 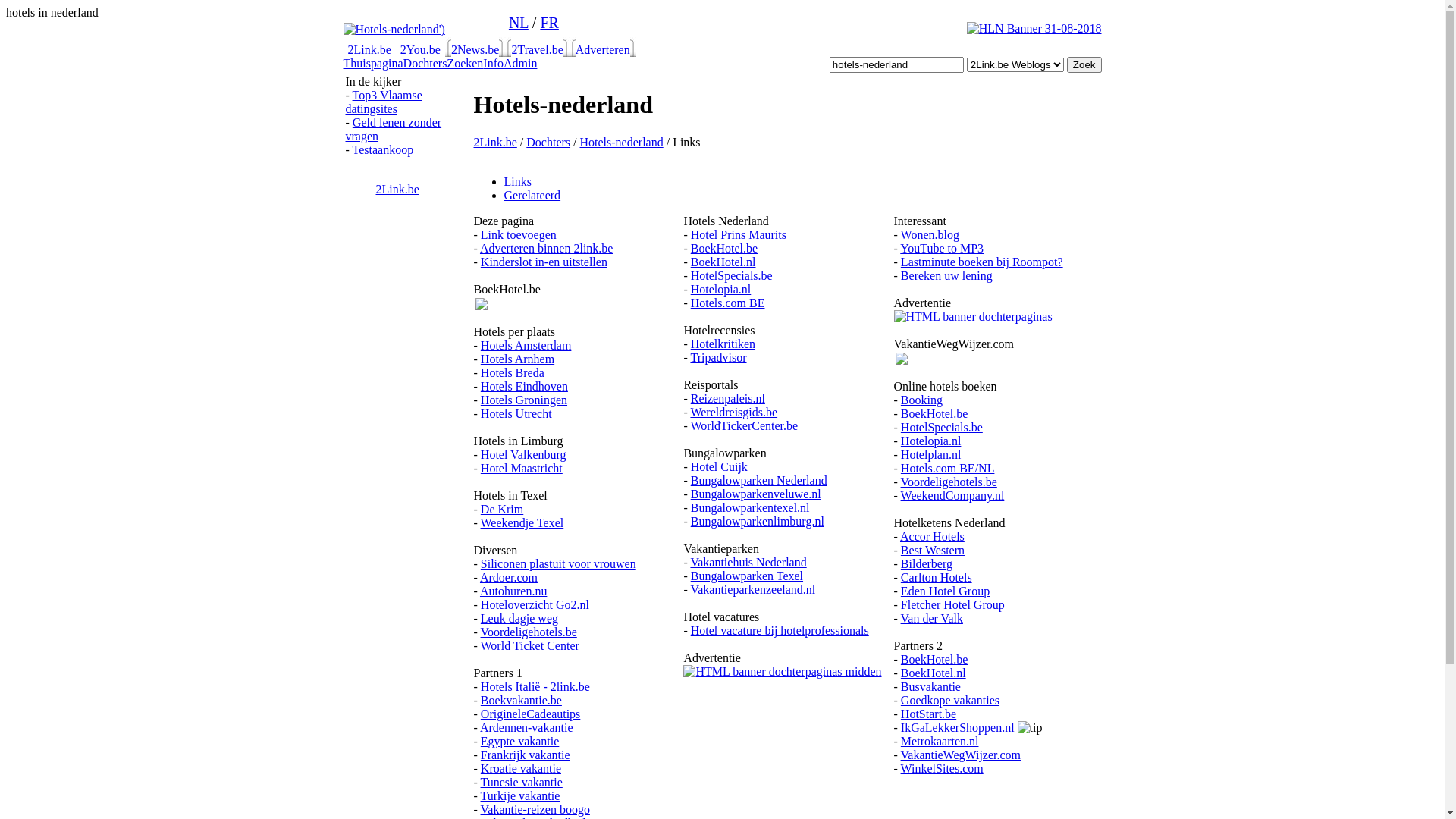 What do you see at coordinates (926, 563) in the screenshot?
I see `'Bilderberg'` at bounding box center [926, 563].